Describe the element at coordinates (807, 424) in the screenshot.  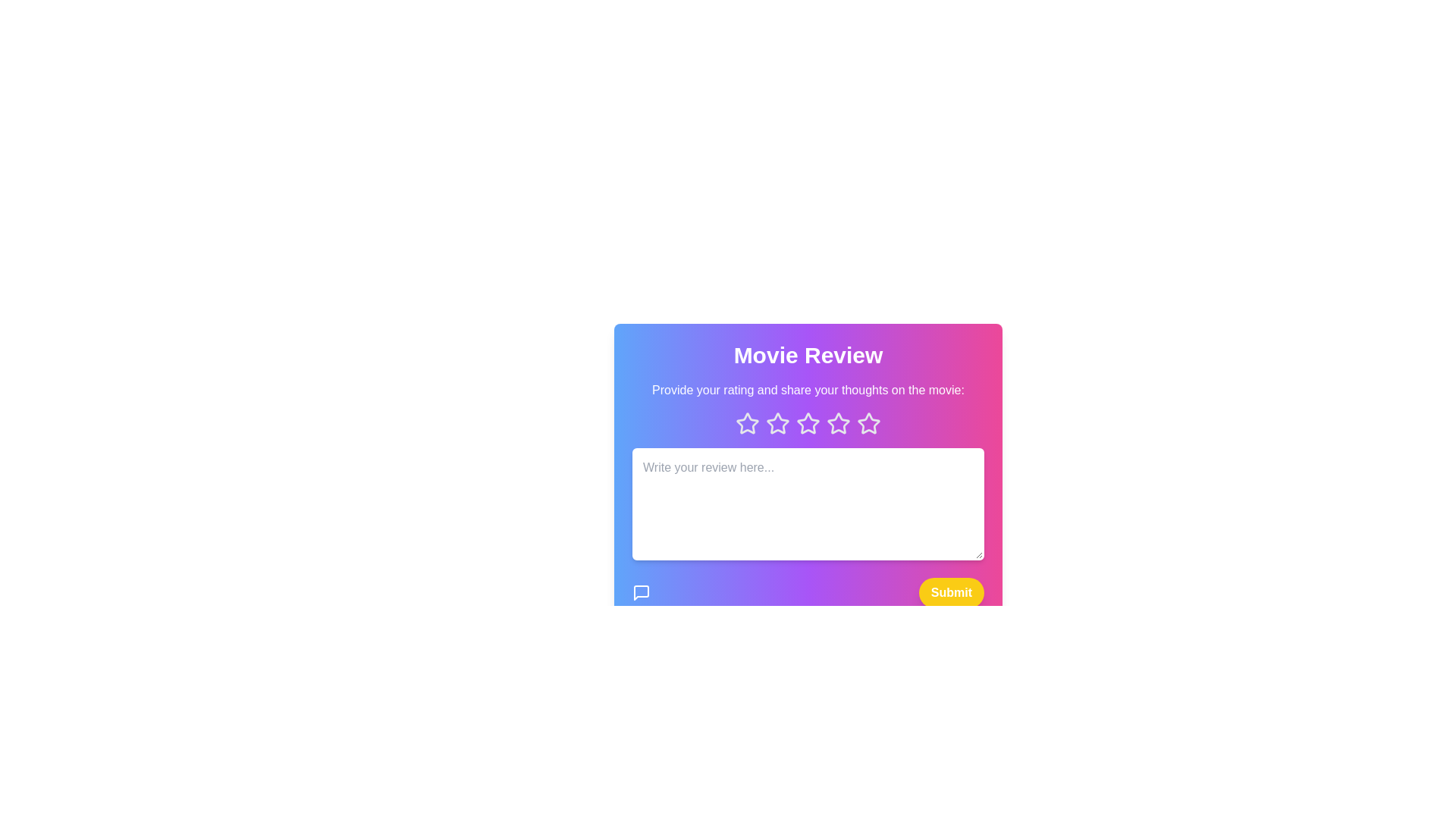
I see `the star icon corresponding to 3 to preview the rating` at that location.